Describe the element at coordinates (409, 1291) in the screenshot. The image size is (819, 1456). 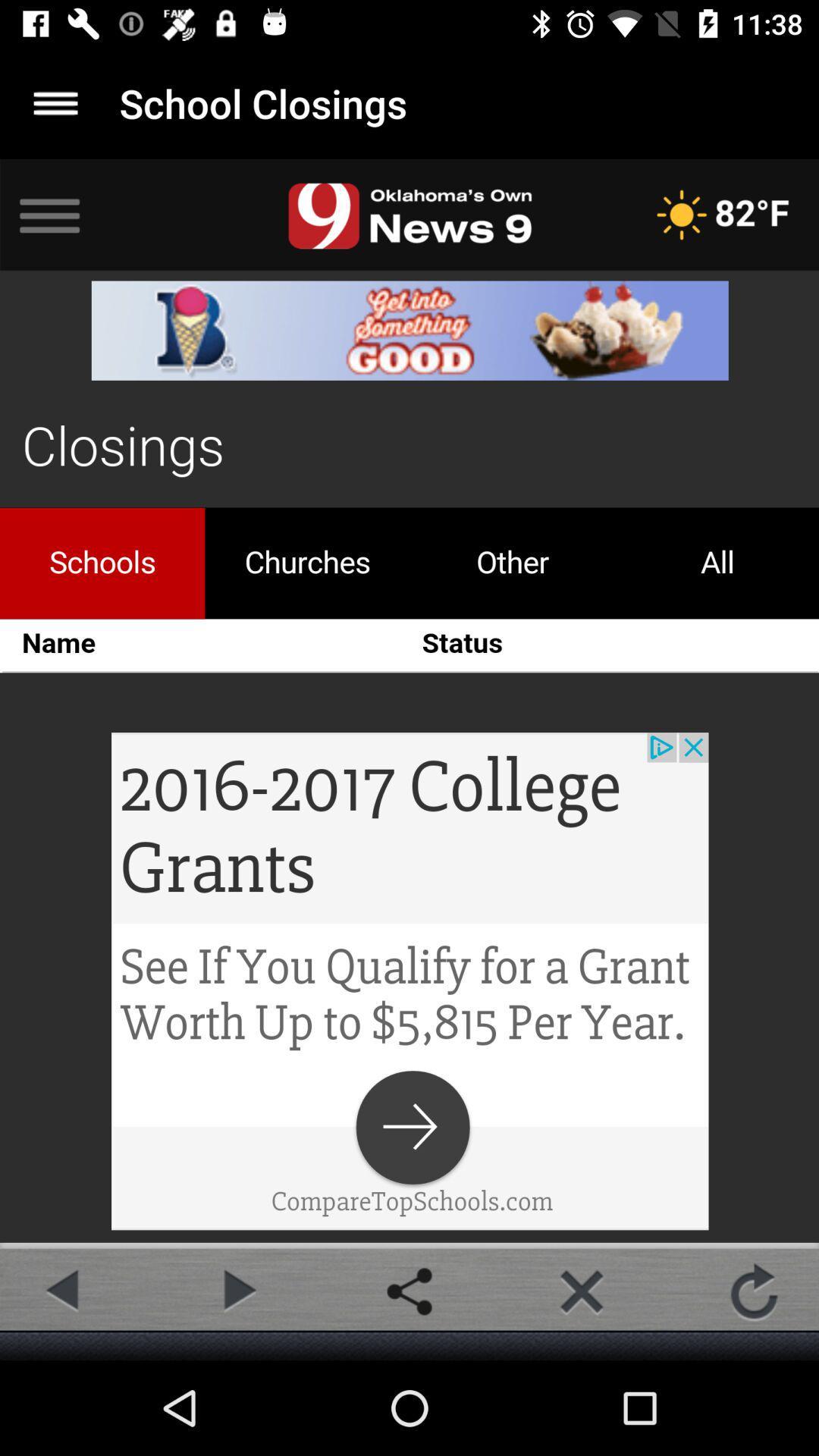
I see `gallery` at that location.